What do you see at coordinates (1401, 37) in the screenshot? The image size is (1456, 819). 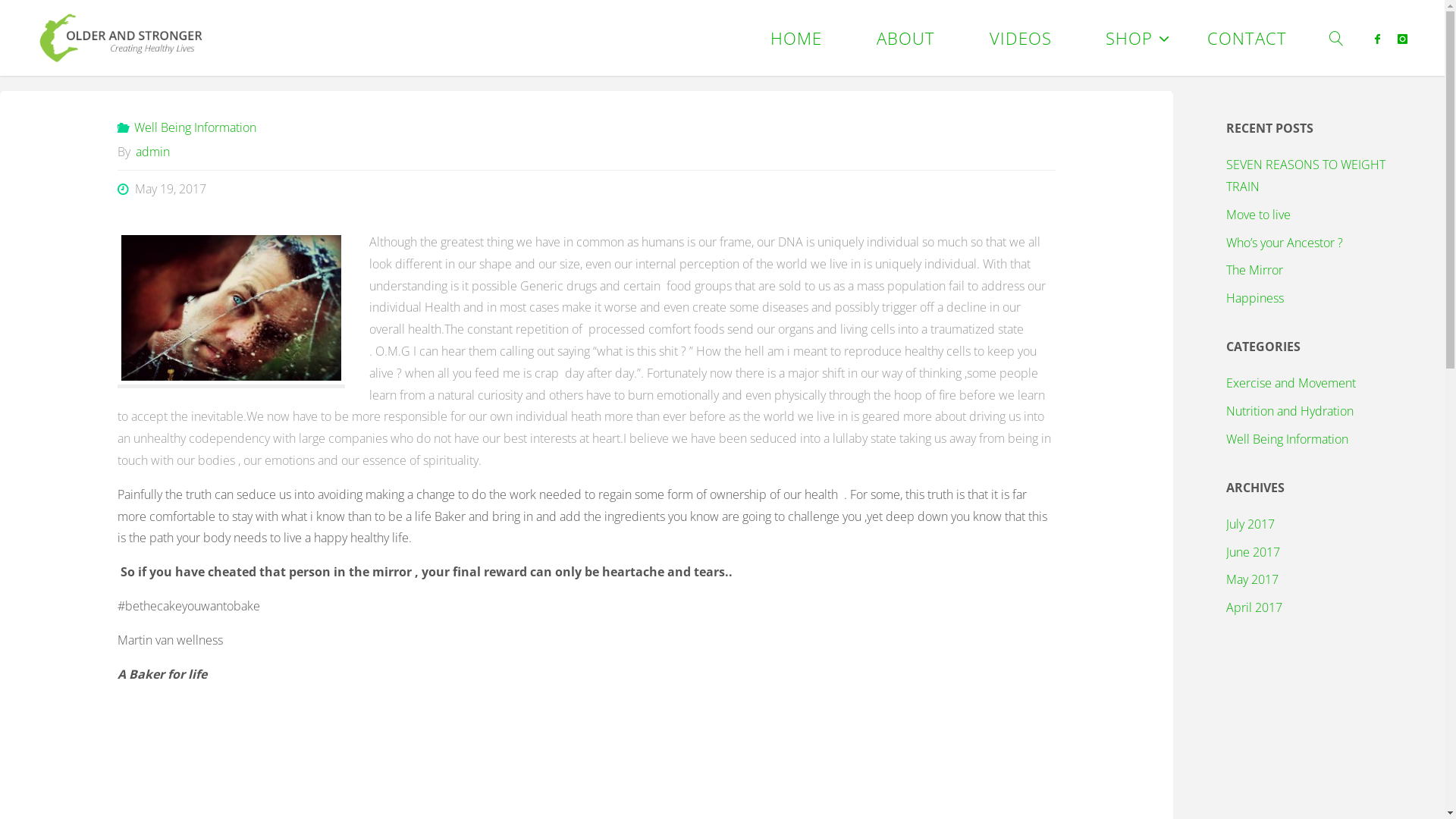 I see `'Instagram'` at bounding box center [1401, 37].